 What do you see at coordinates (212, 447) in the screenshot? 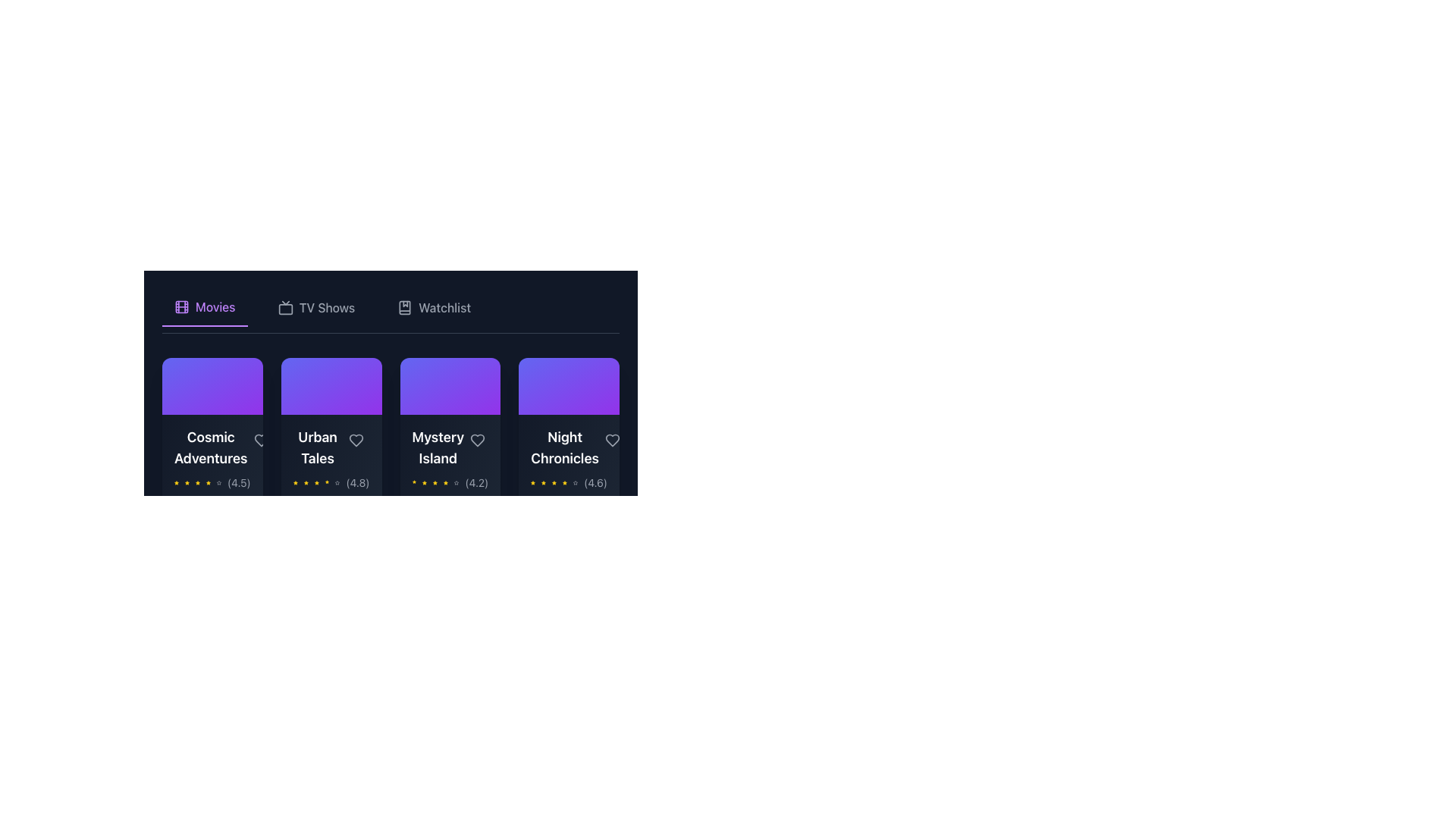
I see `text content of the Text Label displaying 'Cosmic Adventures', prominently styled in bold and white color, located within the first card of the movie list` at bounding box center [212, 447].